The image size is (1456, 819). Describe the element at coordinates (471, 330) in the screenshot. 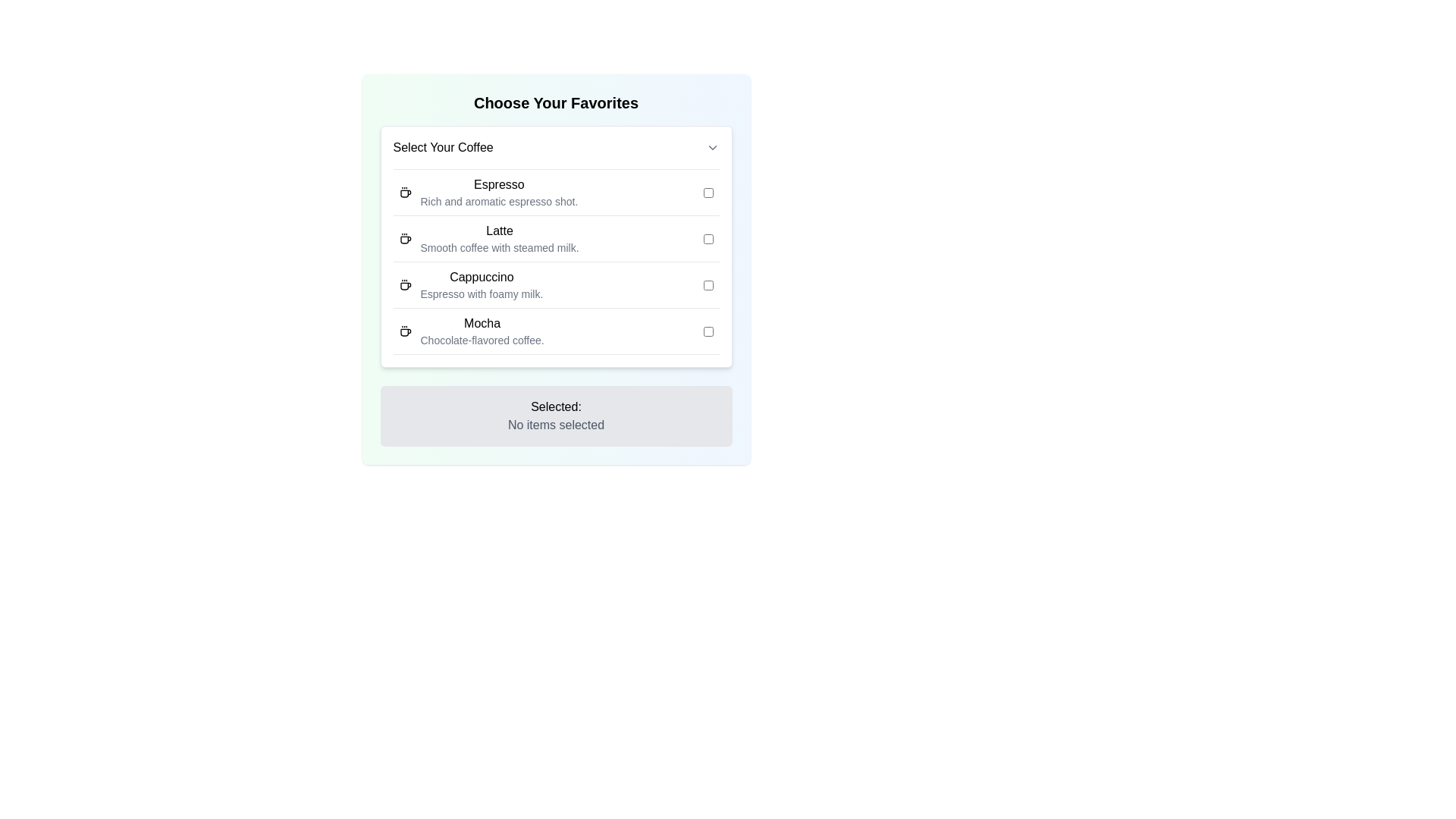

I see `text of the 'Mocha' label, which includes the bolded word 'Mocha' and the descriptive text 'Chocolate-flavored coffee.' This label is positioned as the fourth item in a vertical list of coffee options within a bordered panel` at that location.